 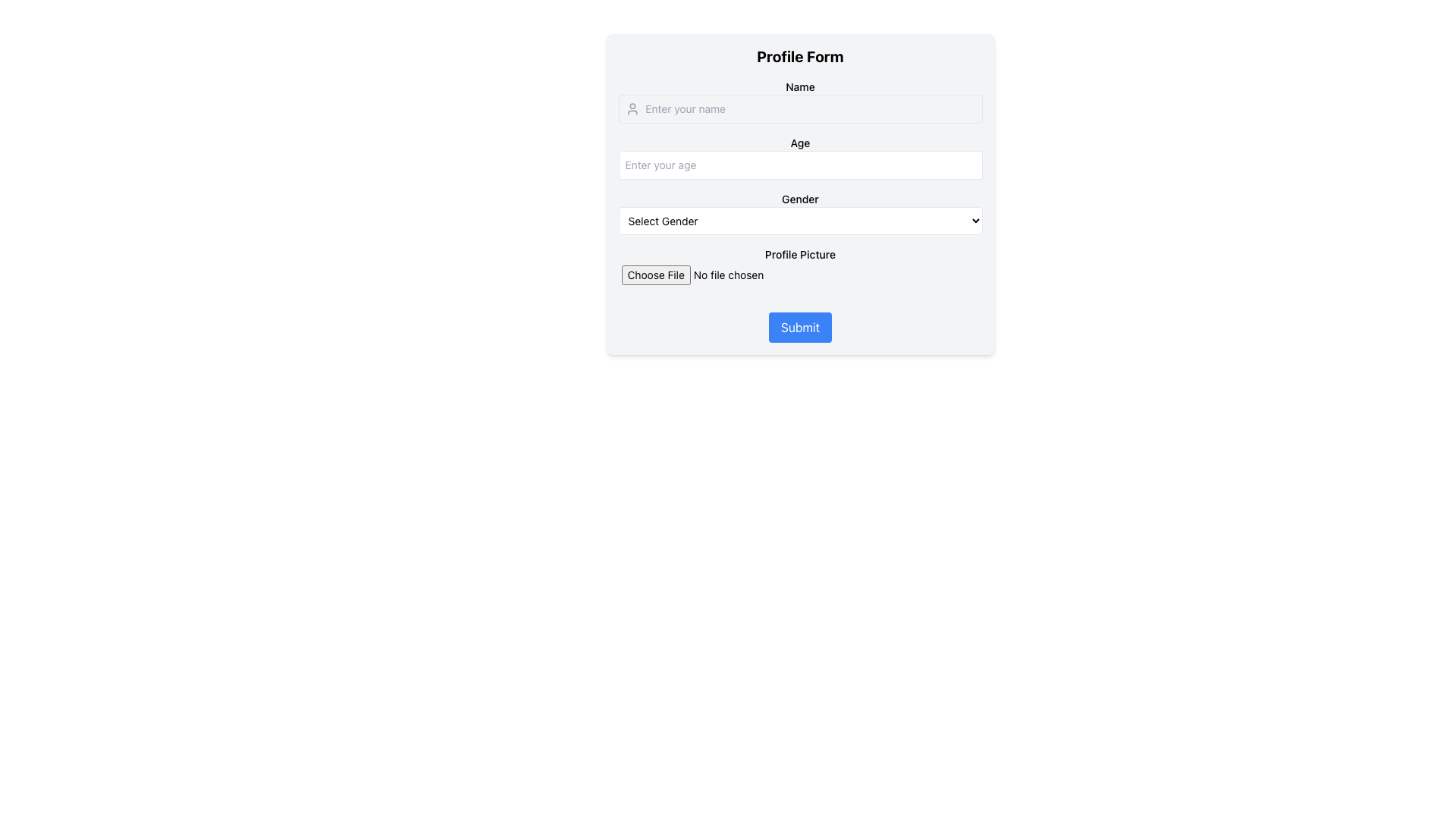 I want to click on the dropdown menu labeled 'Gender' in the 'Profile Form', so click(x=799, y=193).